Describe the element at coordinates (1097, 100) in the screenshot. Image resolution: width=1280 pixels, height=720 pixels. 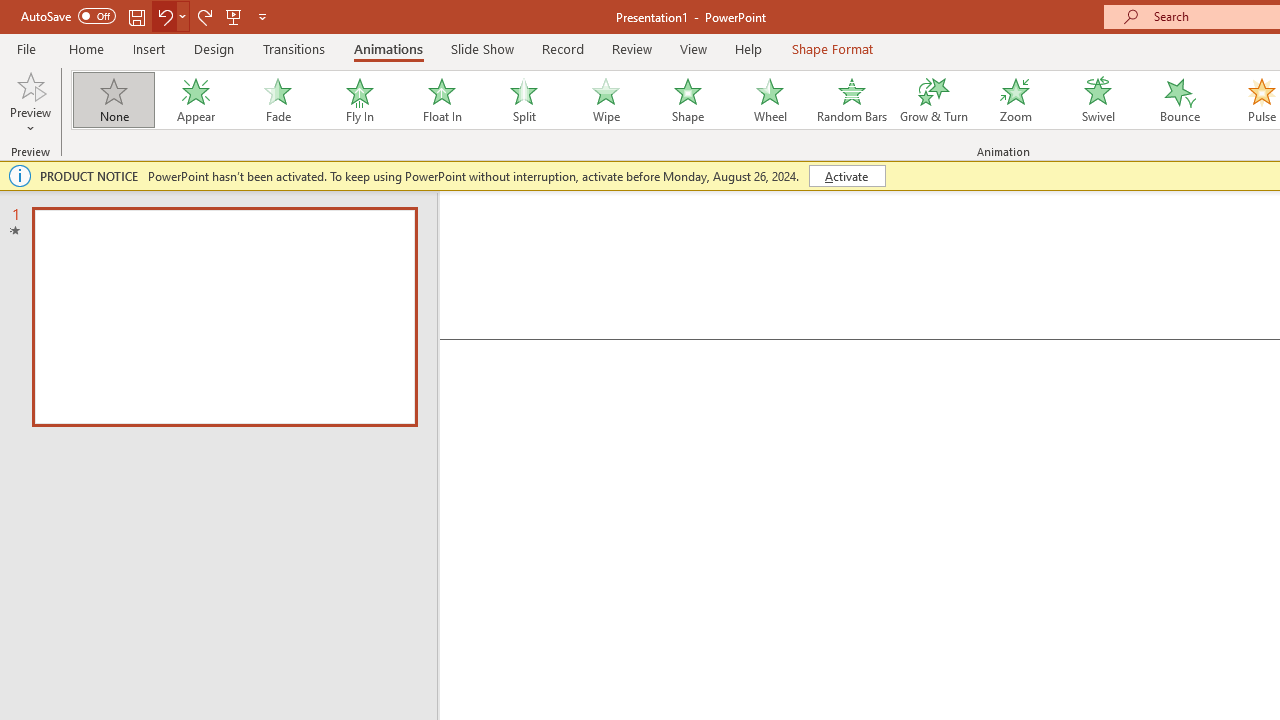
I see `'Swivel'` at that location.